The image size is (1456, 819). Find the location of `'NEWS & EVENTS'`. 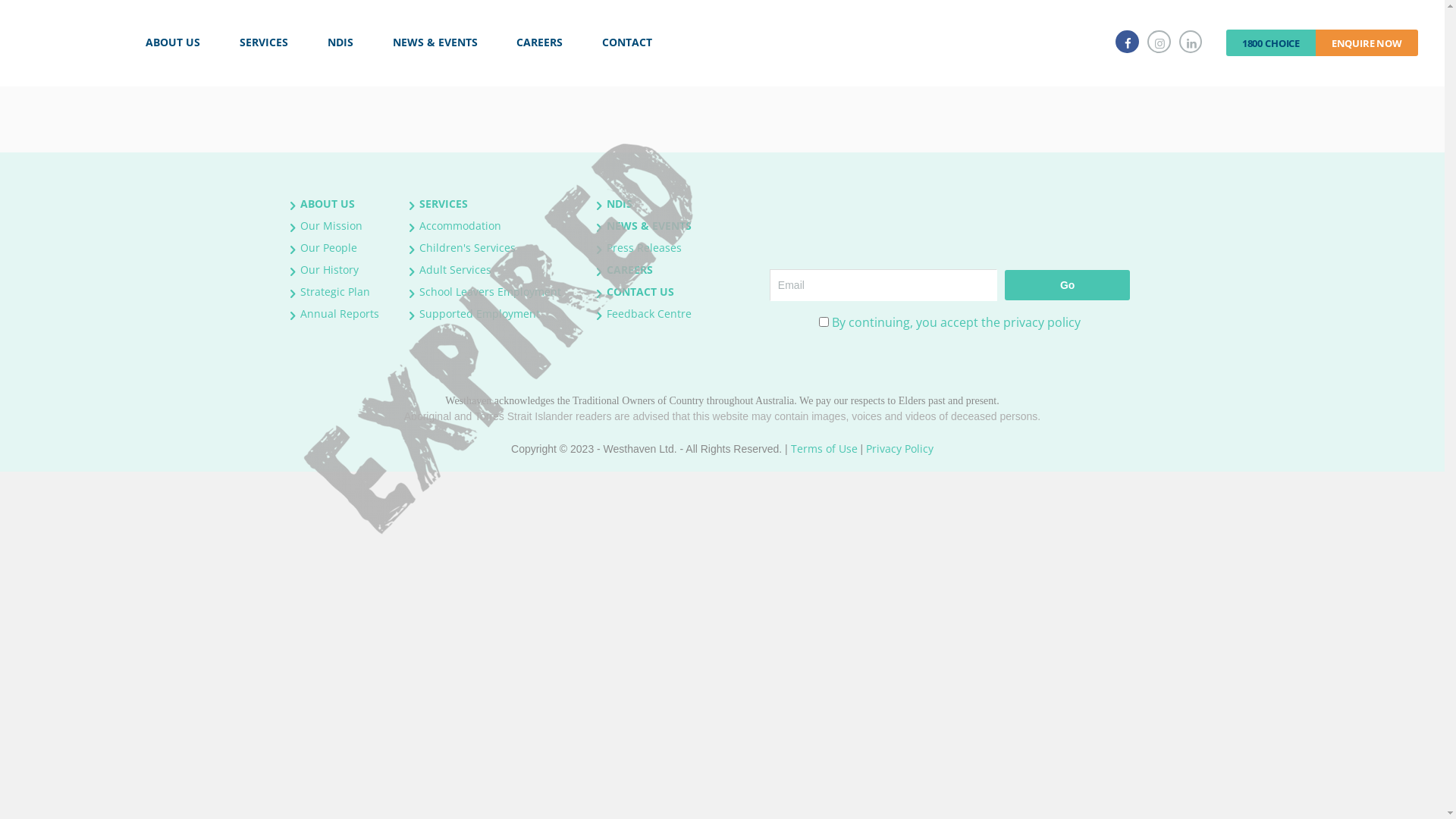

'NEWS & EVENTS' is located at coordinates (648, 225).